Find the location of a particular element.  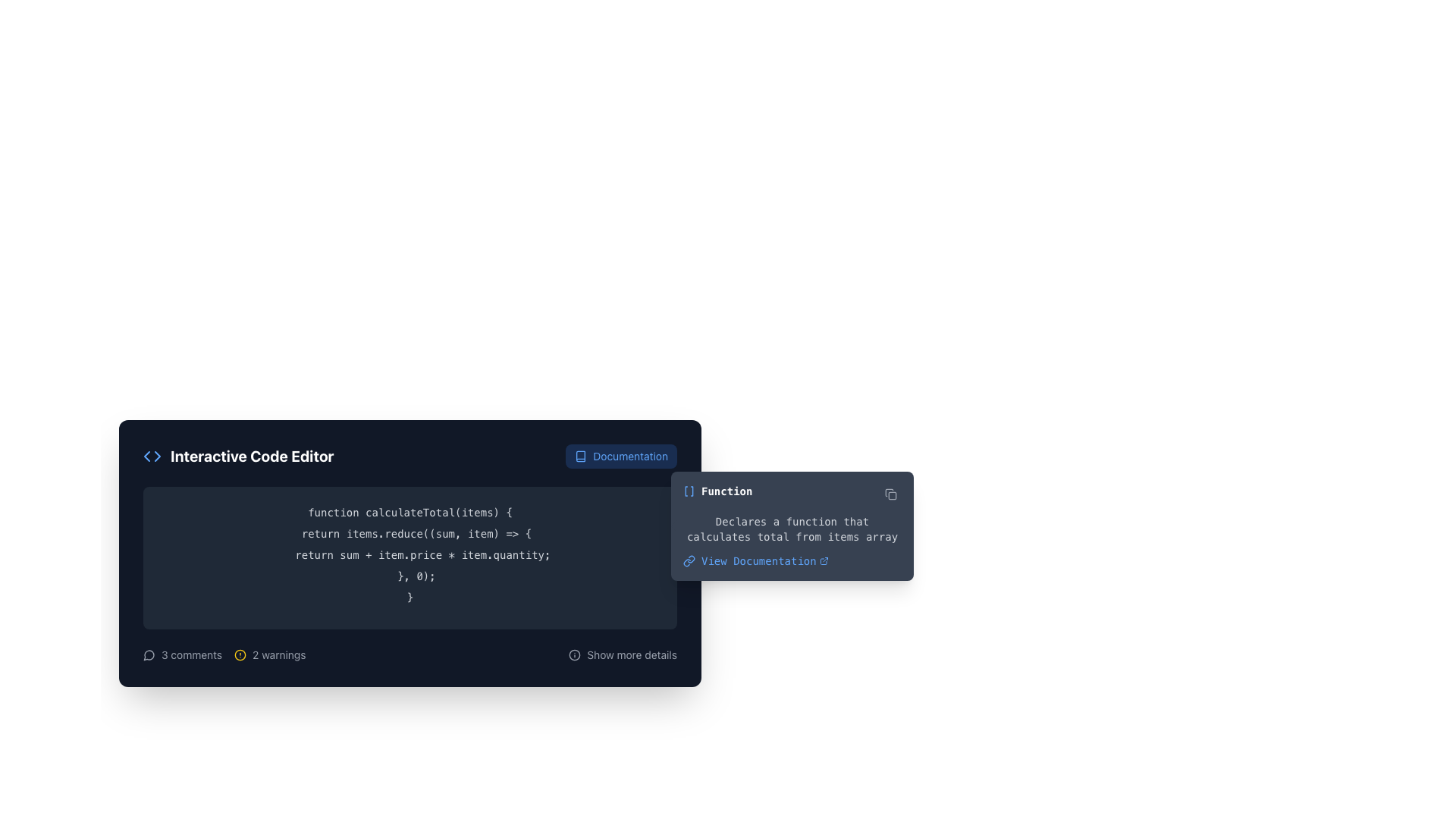

the small light blue link icon depicted as an SVG graphic, which is positioned to the left and slightly above the text link labeled 'View Documentation' is located at coordinates (688, 561).